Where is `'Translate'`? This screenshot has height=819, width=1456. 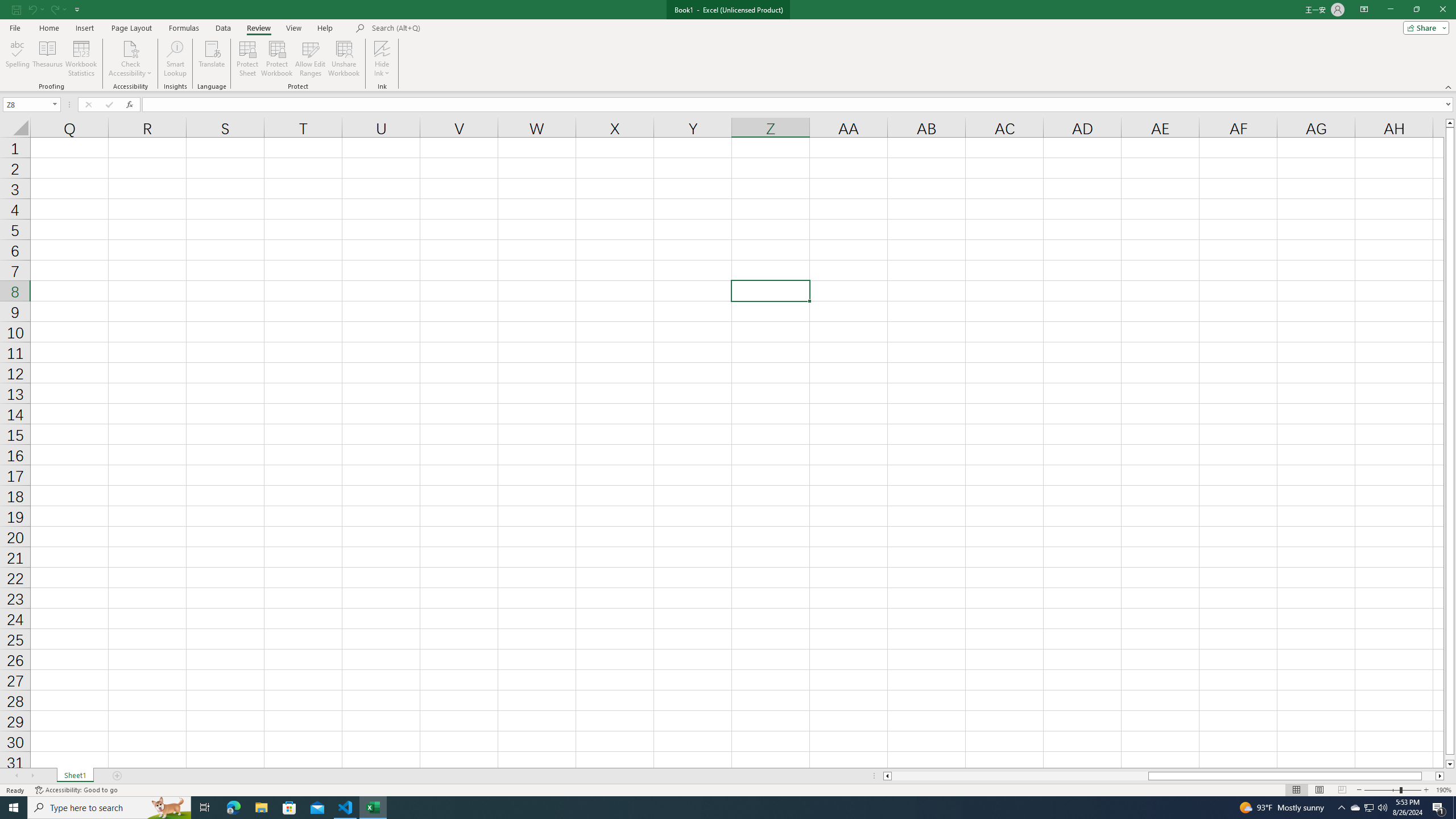
'Translate' is located at coordinates (211, 59).